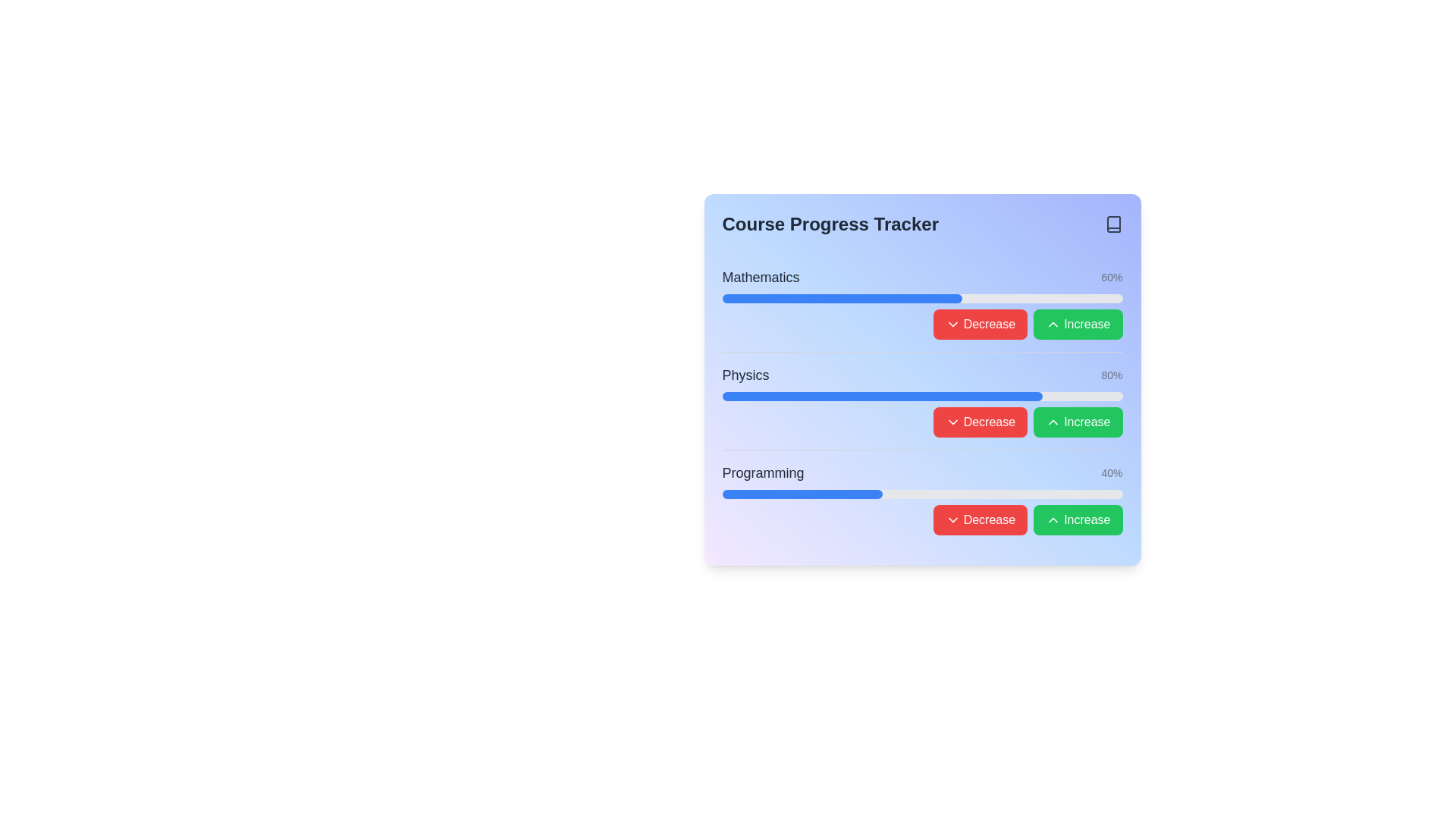 The image size is (1456, 819). I want to click on the Progress Bar that visually represents the 80% completion of the Physics course, located in the middle section of the course progress card, so click(921, 396).